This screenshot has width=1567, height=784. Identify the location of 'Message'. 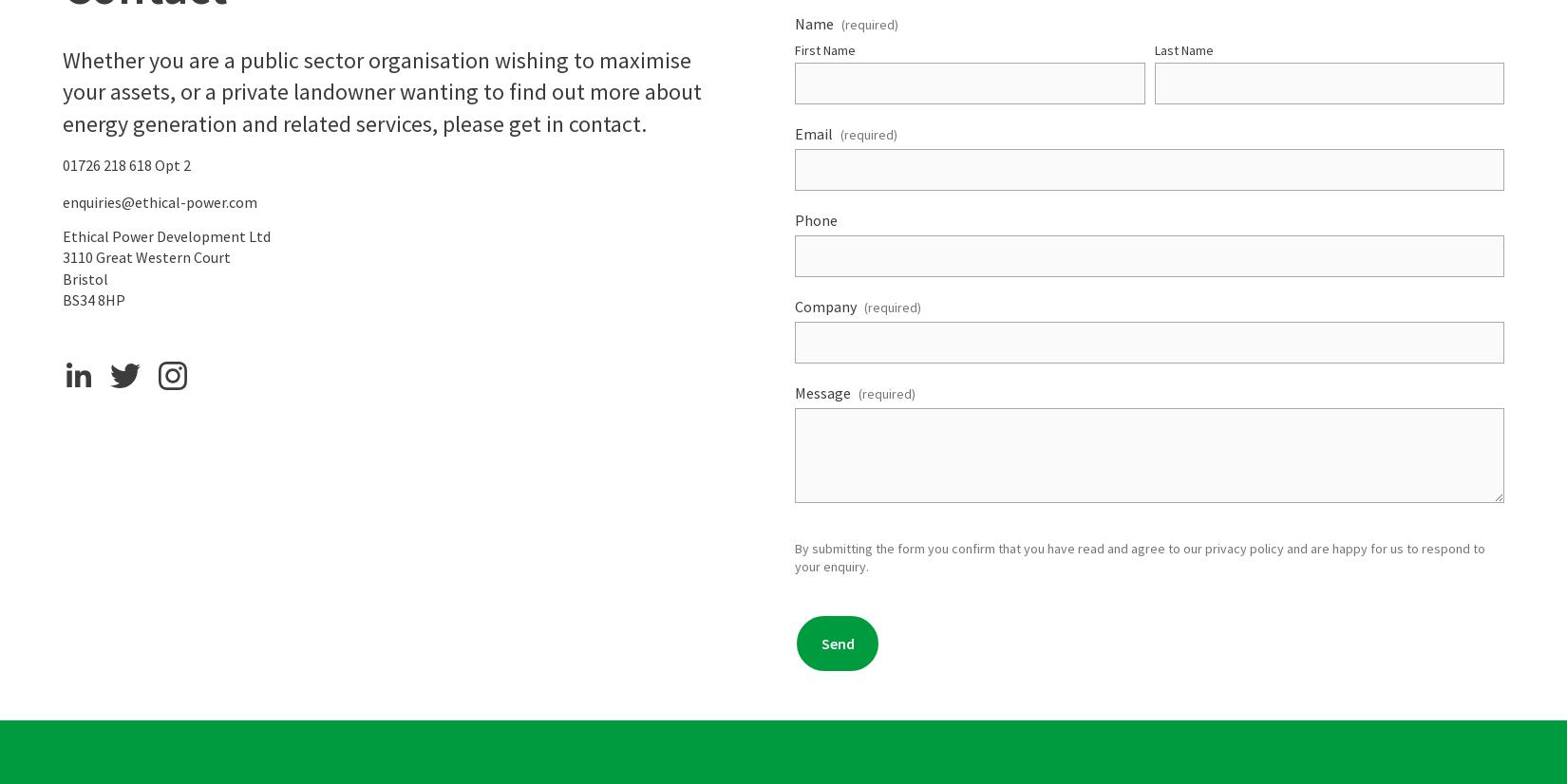
(822, 392).